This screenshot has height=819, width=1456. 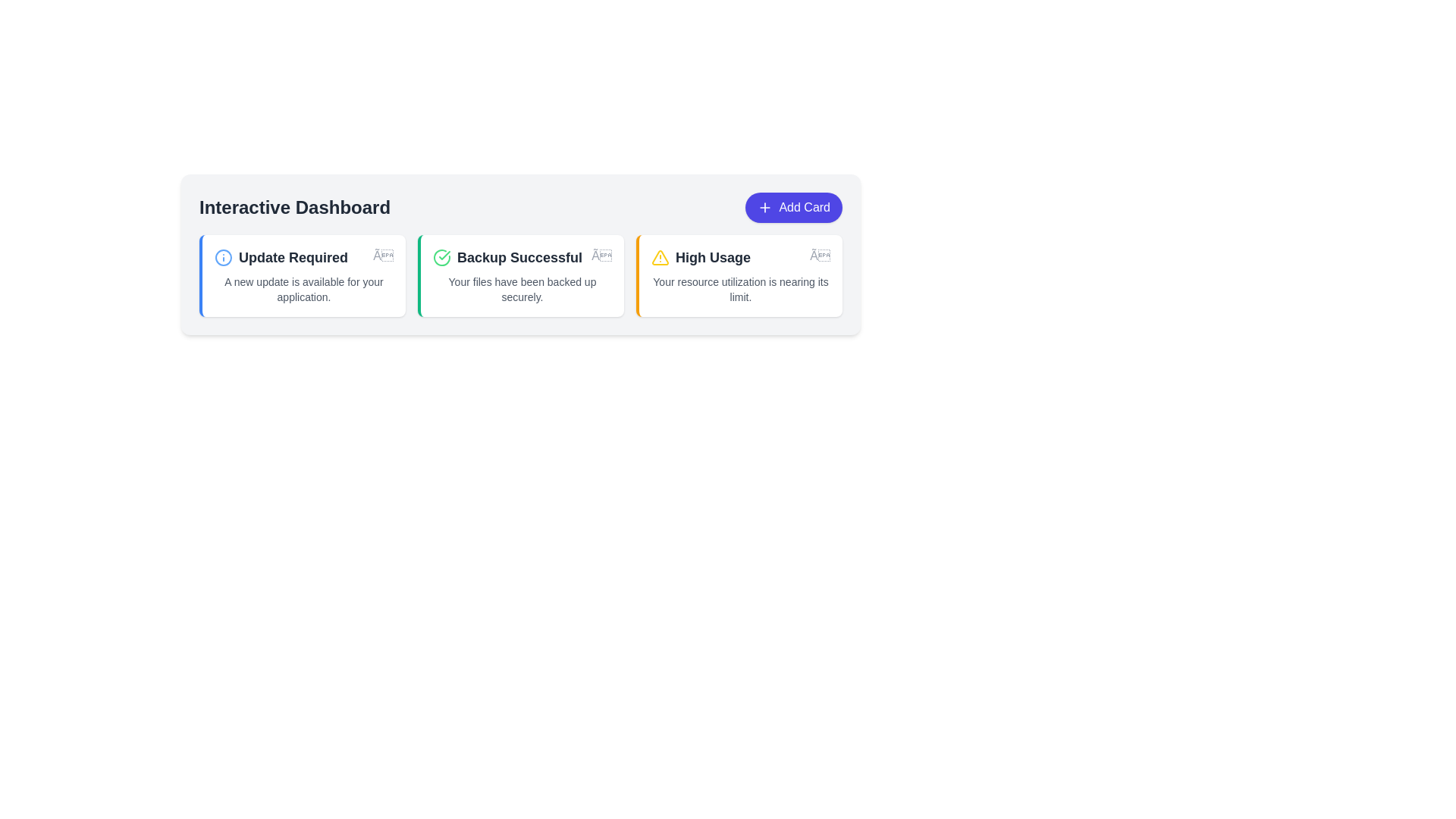 What do you see at coordinates (519, 256) in the screenshot?
I see `the text label that displays 'Backup Successful', which is styled in a bold, large font and located centrally within the middle column of a three-column card layout` at bounding box center [519, 256].